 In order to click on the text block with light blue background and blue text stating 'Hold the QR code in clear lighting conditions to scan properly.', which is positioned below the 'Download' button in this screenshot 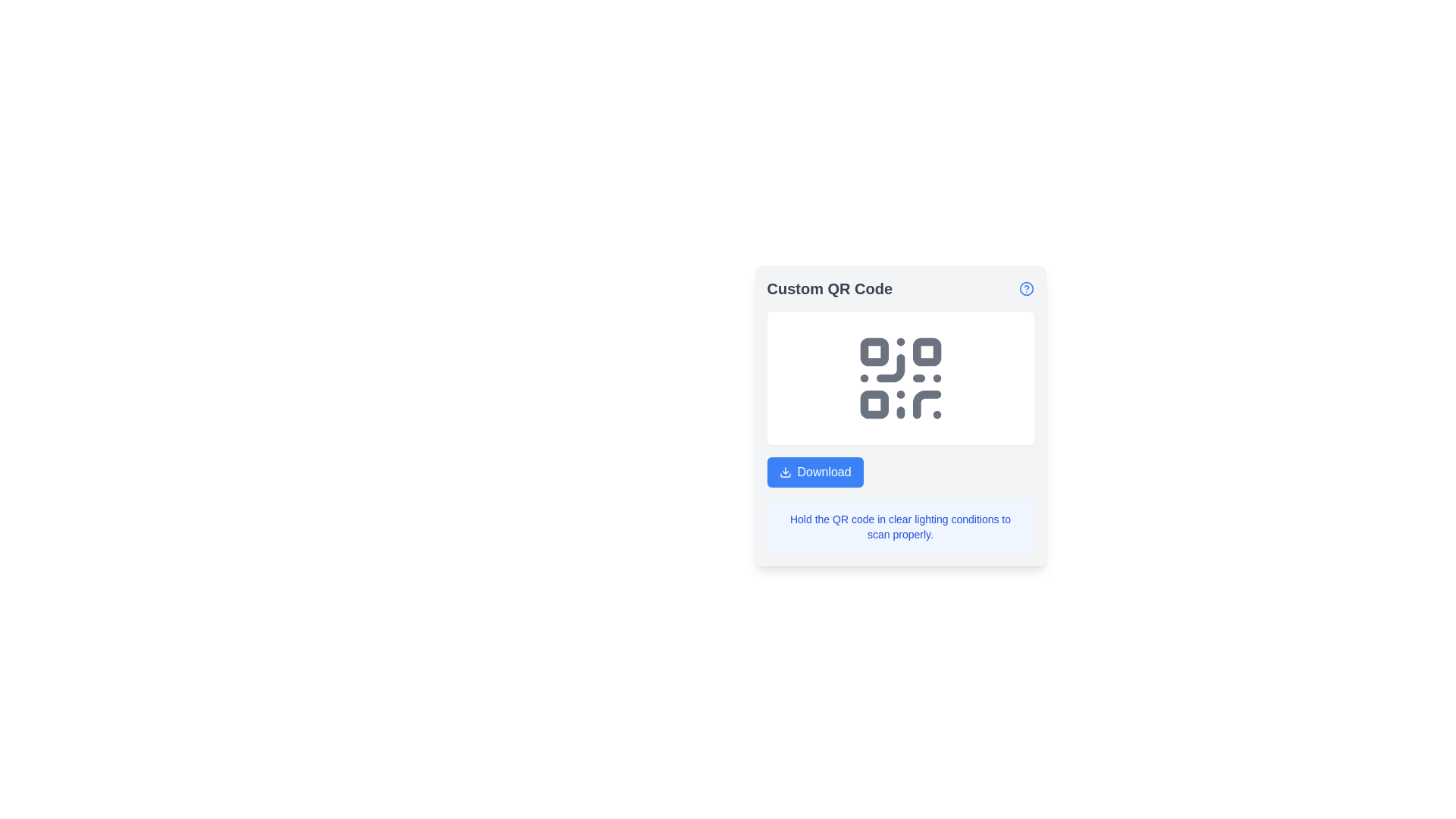, I will do `click(900, 526)`.